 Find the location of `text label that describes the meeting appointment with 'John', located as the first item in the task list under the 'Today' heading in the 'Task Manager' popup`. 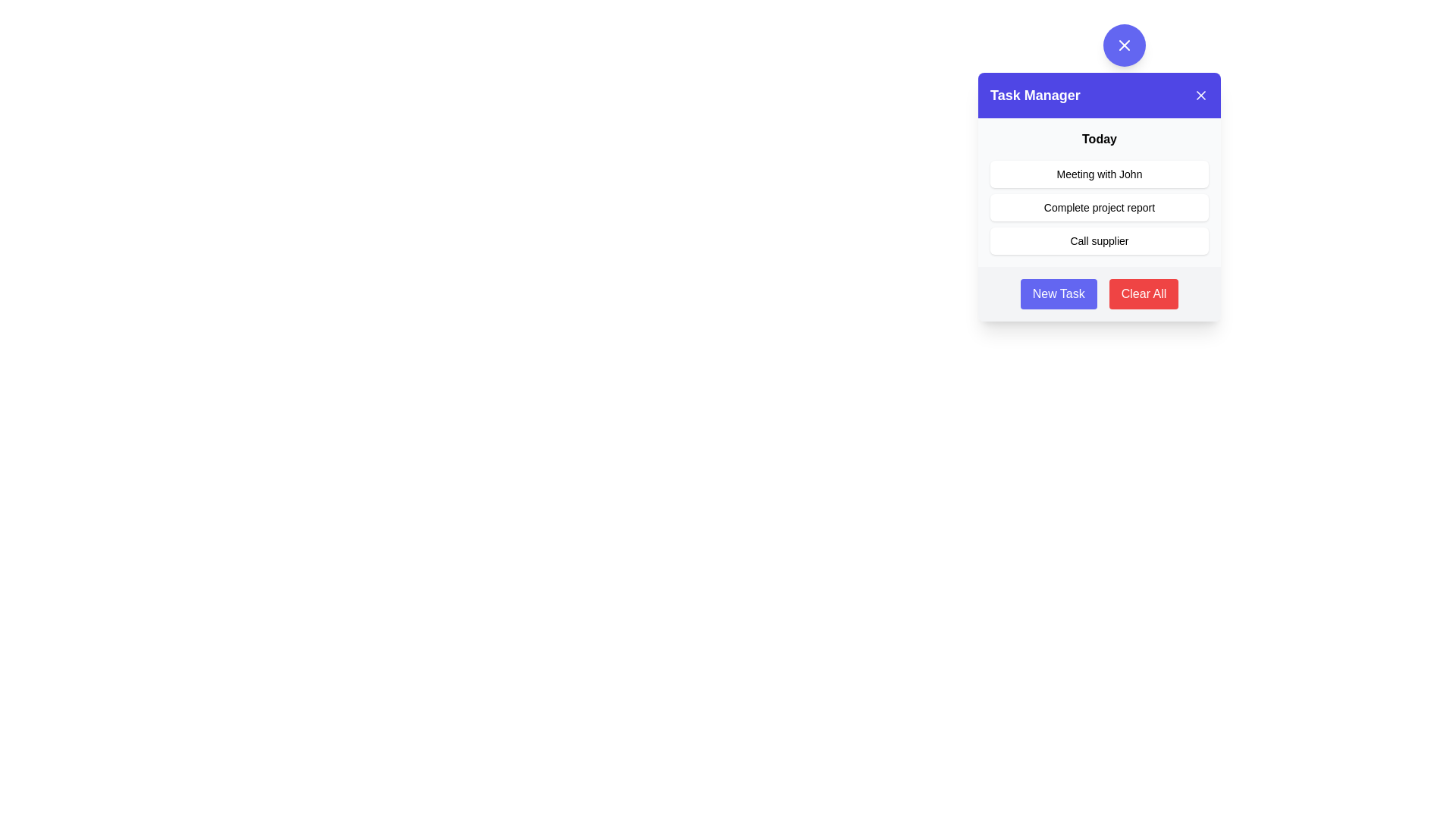

text label that describes the meeting appointment with 'John', located as the first item in the task list under the 'Today' heading in the 'Task Manager' popup is located at coordinates (1099, 174).